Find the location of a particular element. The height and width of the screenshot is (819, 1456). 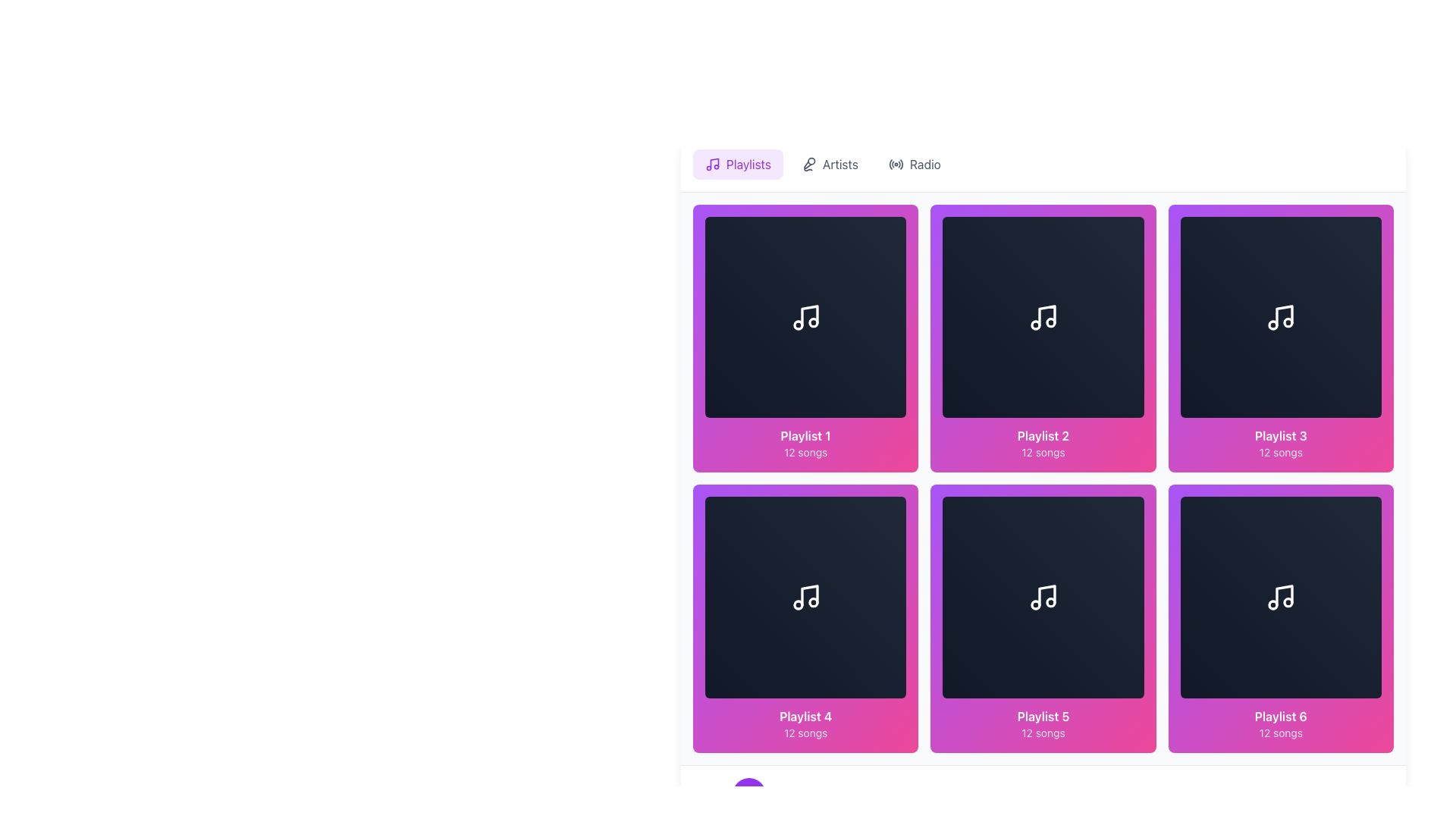

text label displaying '12 songs' located at the bottom of the 'Playlist 1' card in the grid of playlist cards is located at coordinates (805, 452).